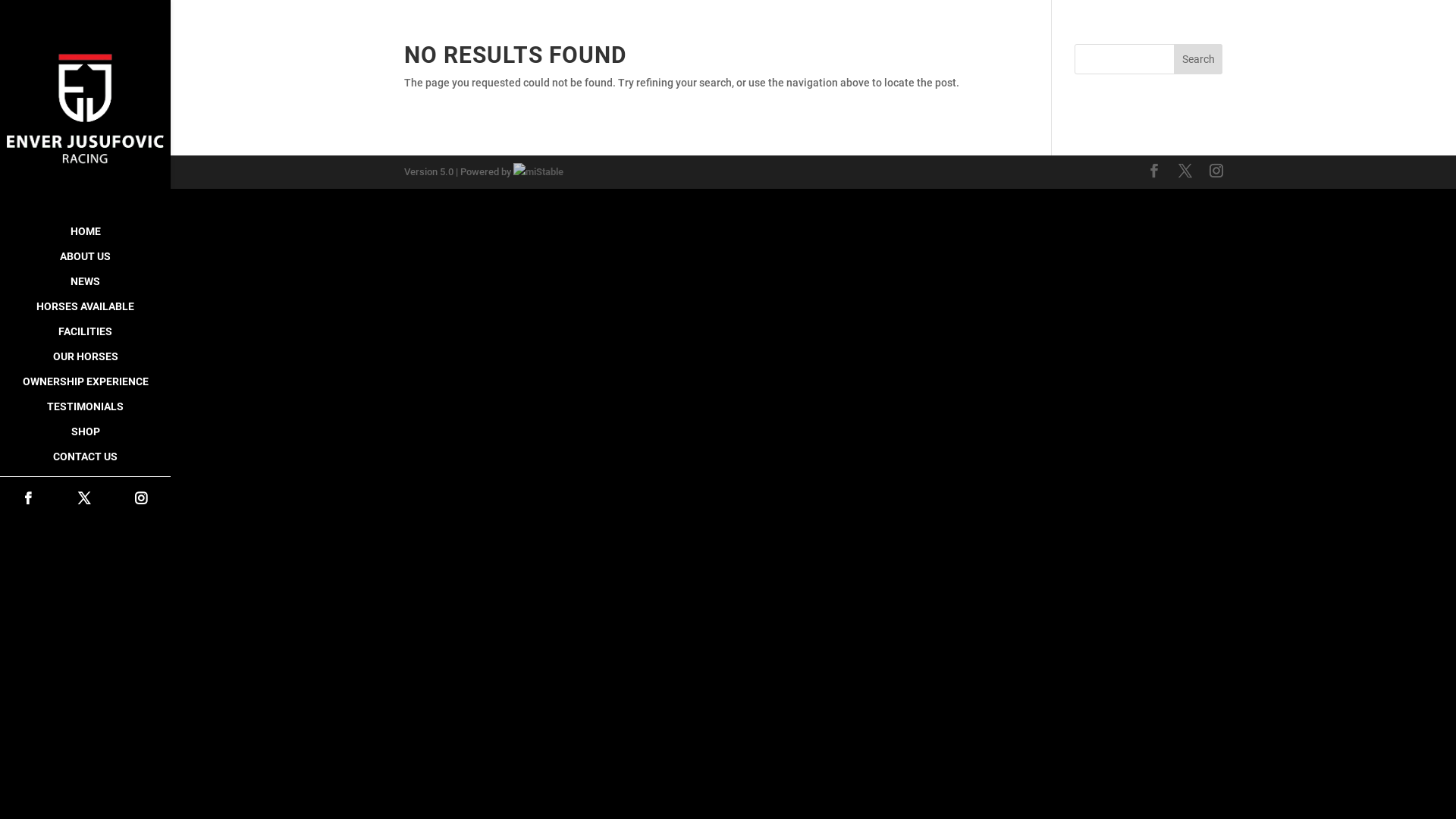  Describe the element at coordinates (0, 337) in the screenshot. I see `'FACILITIES'` at that location.